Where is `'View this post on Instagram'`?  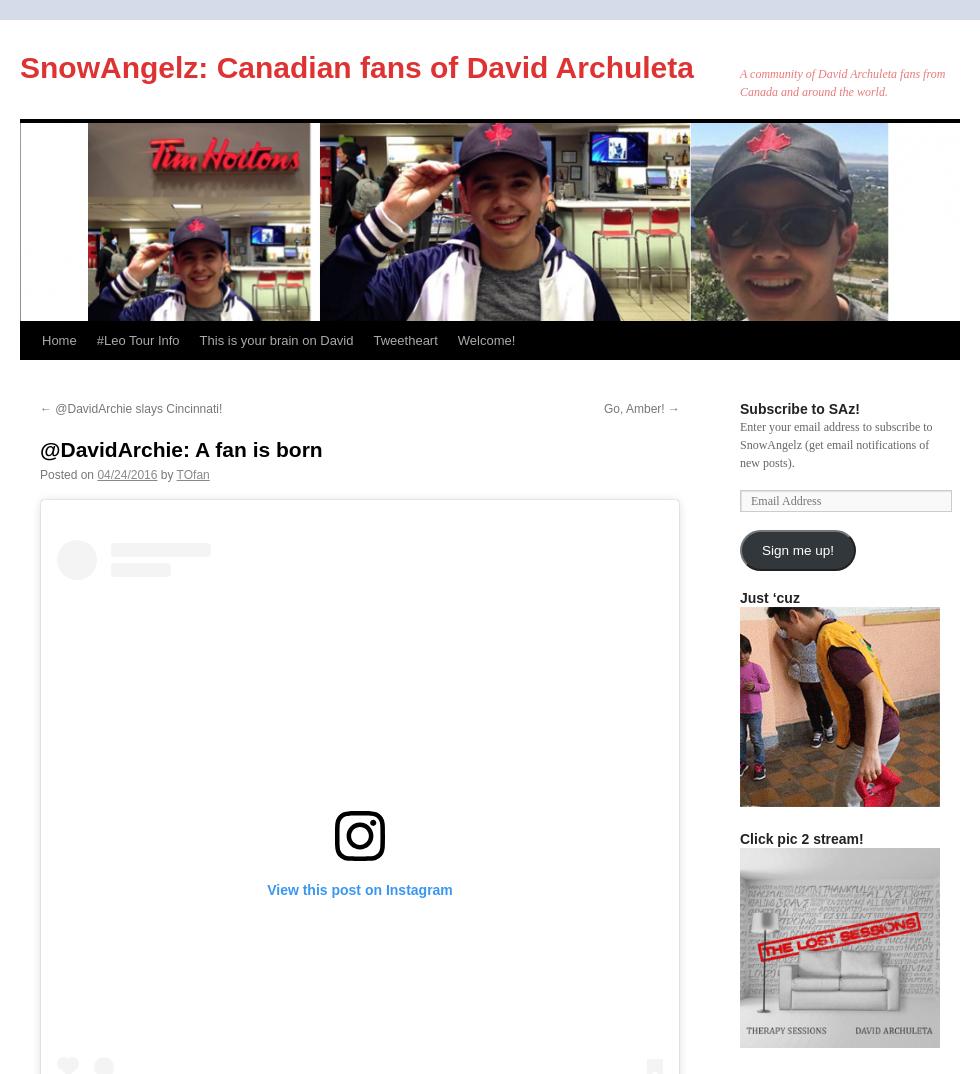
'View this post on Instagram' is located at coordinates (359, 887).